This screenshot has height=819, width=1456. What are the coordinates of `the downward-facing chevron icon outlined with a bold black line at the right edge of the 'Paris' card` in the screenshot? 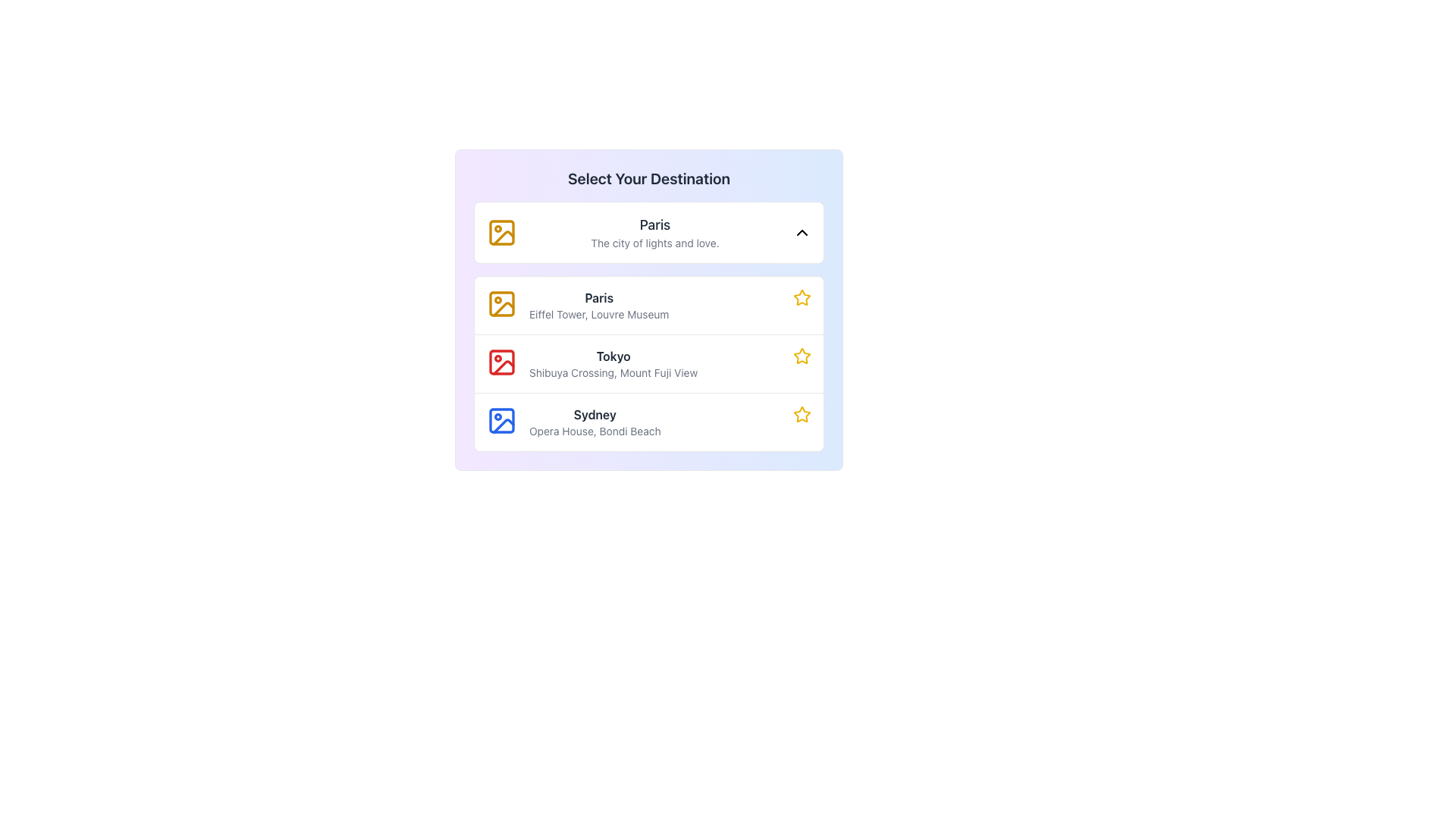 It's located at (801, 233).